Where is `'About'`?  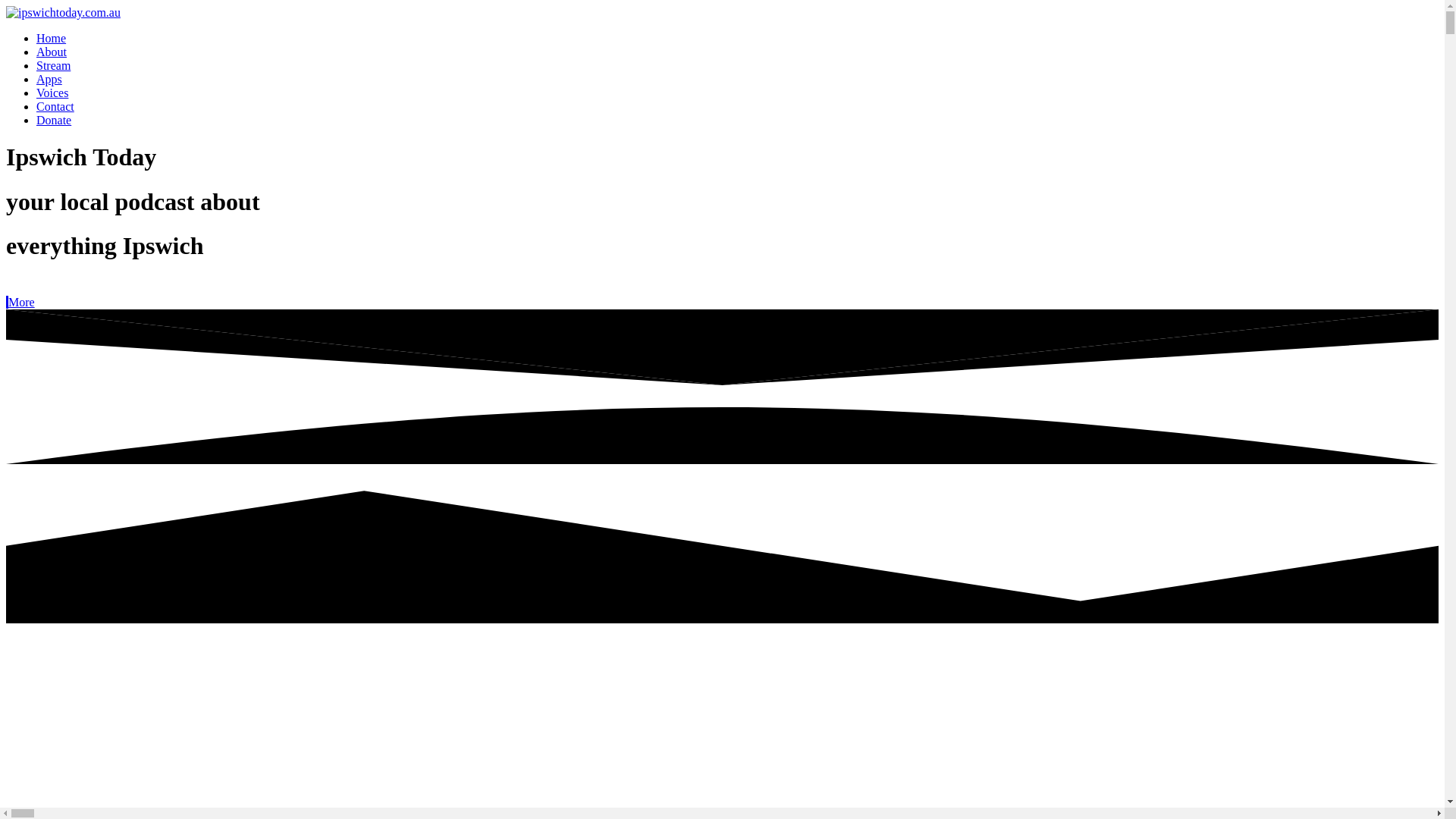
'About' is located at coordinates (51, 51).